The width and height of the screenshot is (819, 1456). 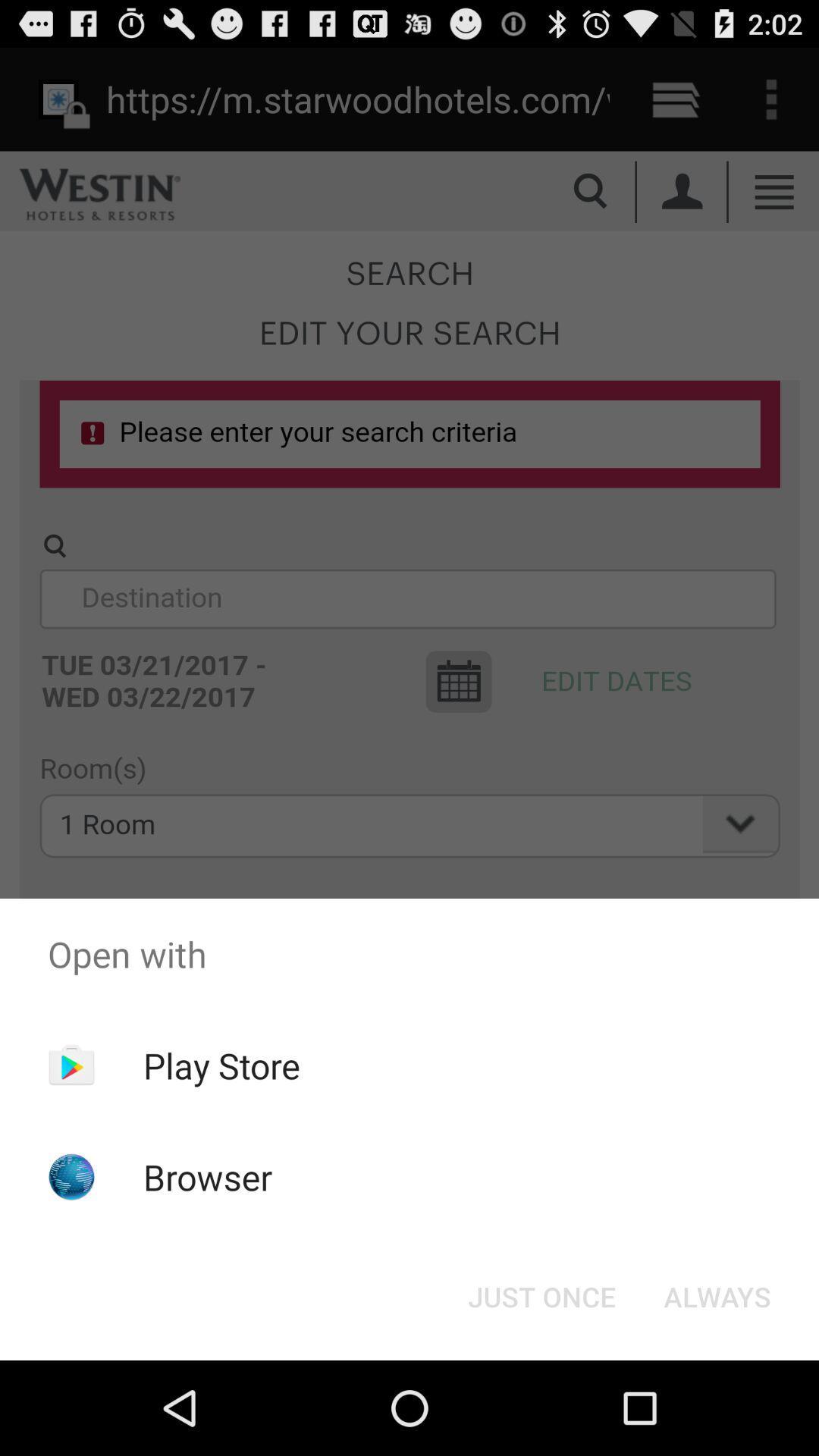 I want to click on icon next to the always item, so click(x=541, y=1295).